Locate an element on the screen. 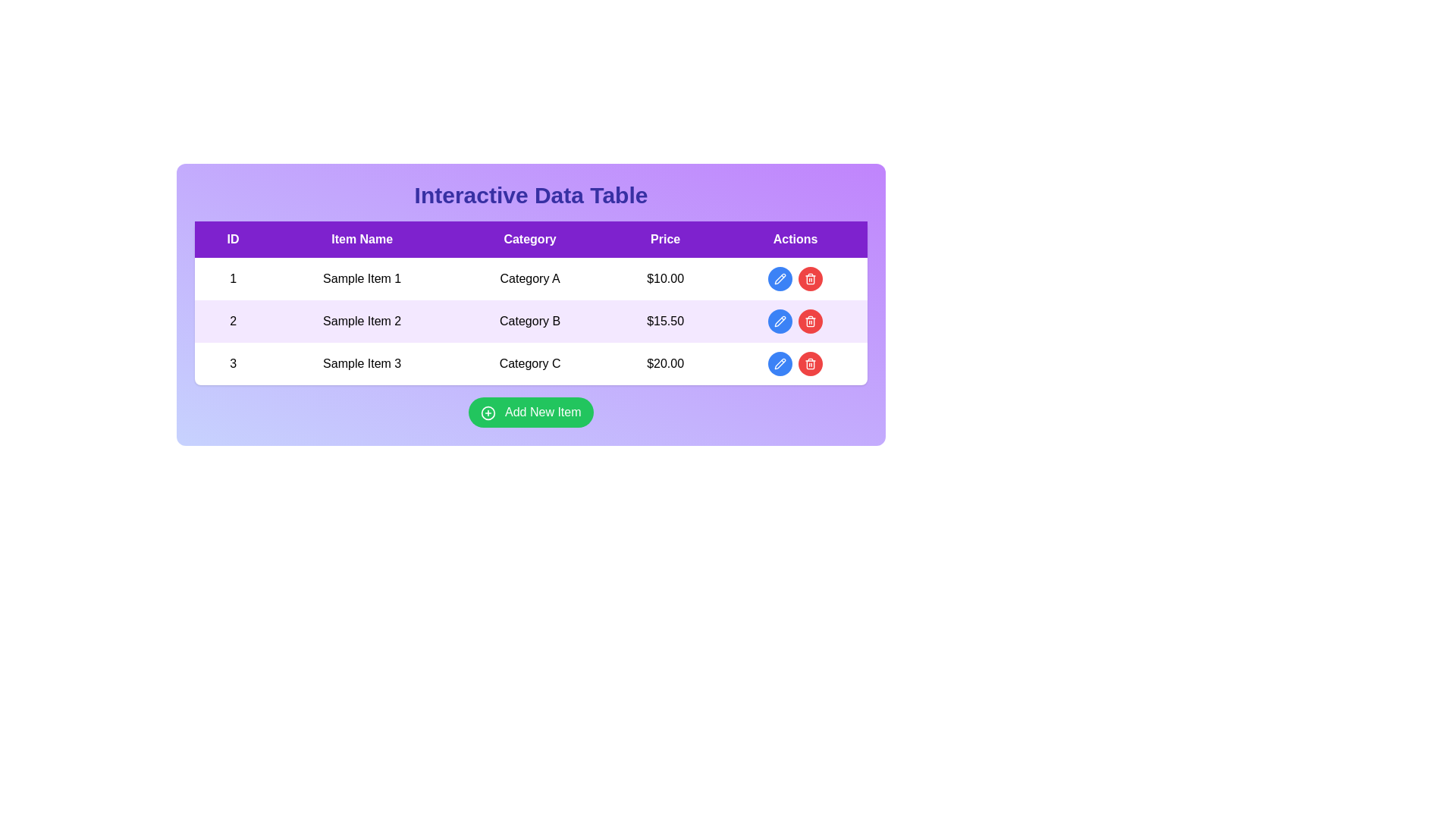 The width and height of the screenshot is (1456, 819). the Text label that serves as the name or description field for an item in the first row of the table under the 'Item Name' column is located at coordinates (361, 278).